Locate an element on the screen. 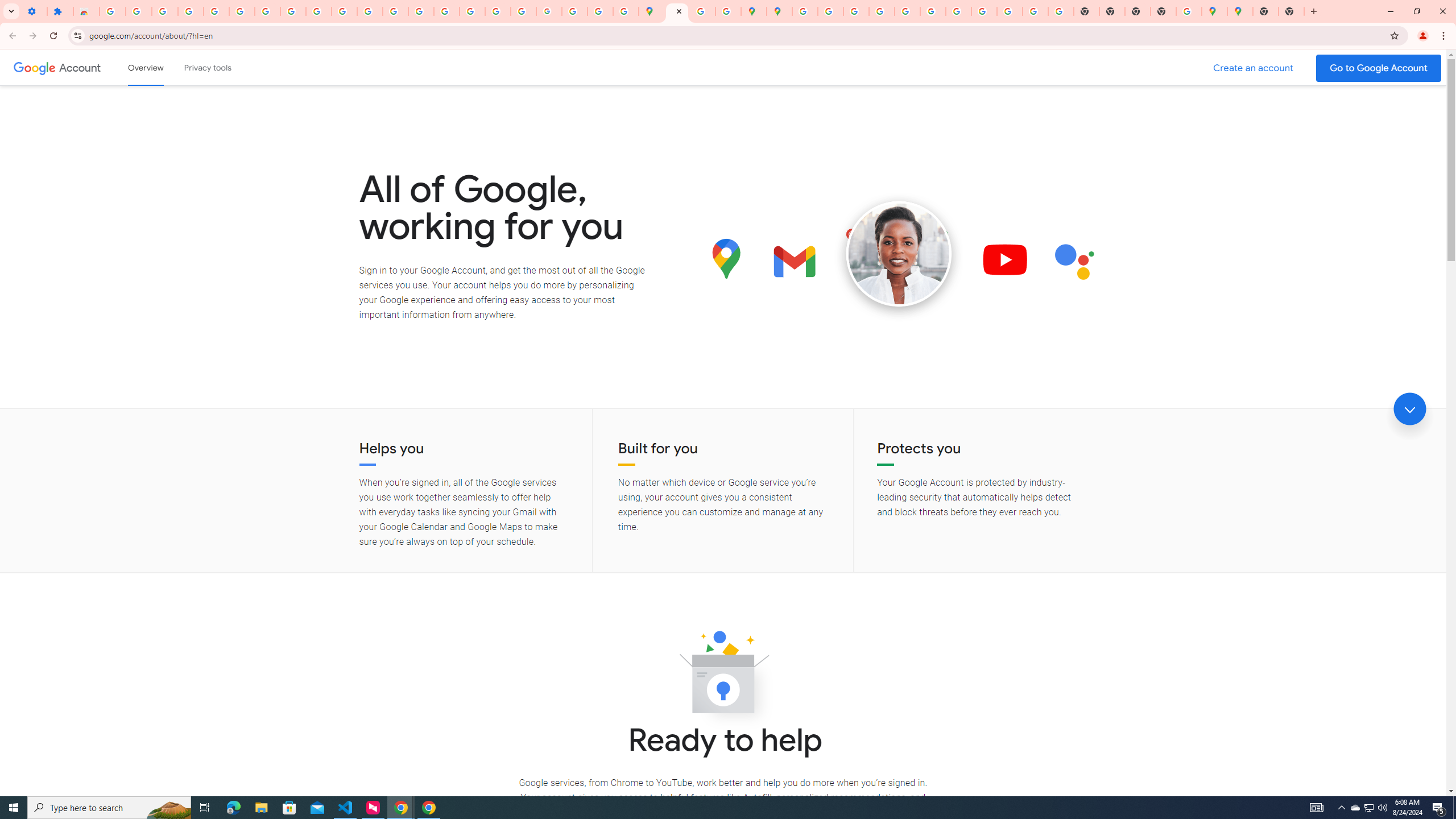  'Privacy Help Center - Policies Help' is located at coordinates (881, 11).